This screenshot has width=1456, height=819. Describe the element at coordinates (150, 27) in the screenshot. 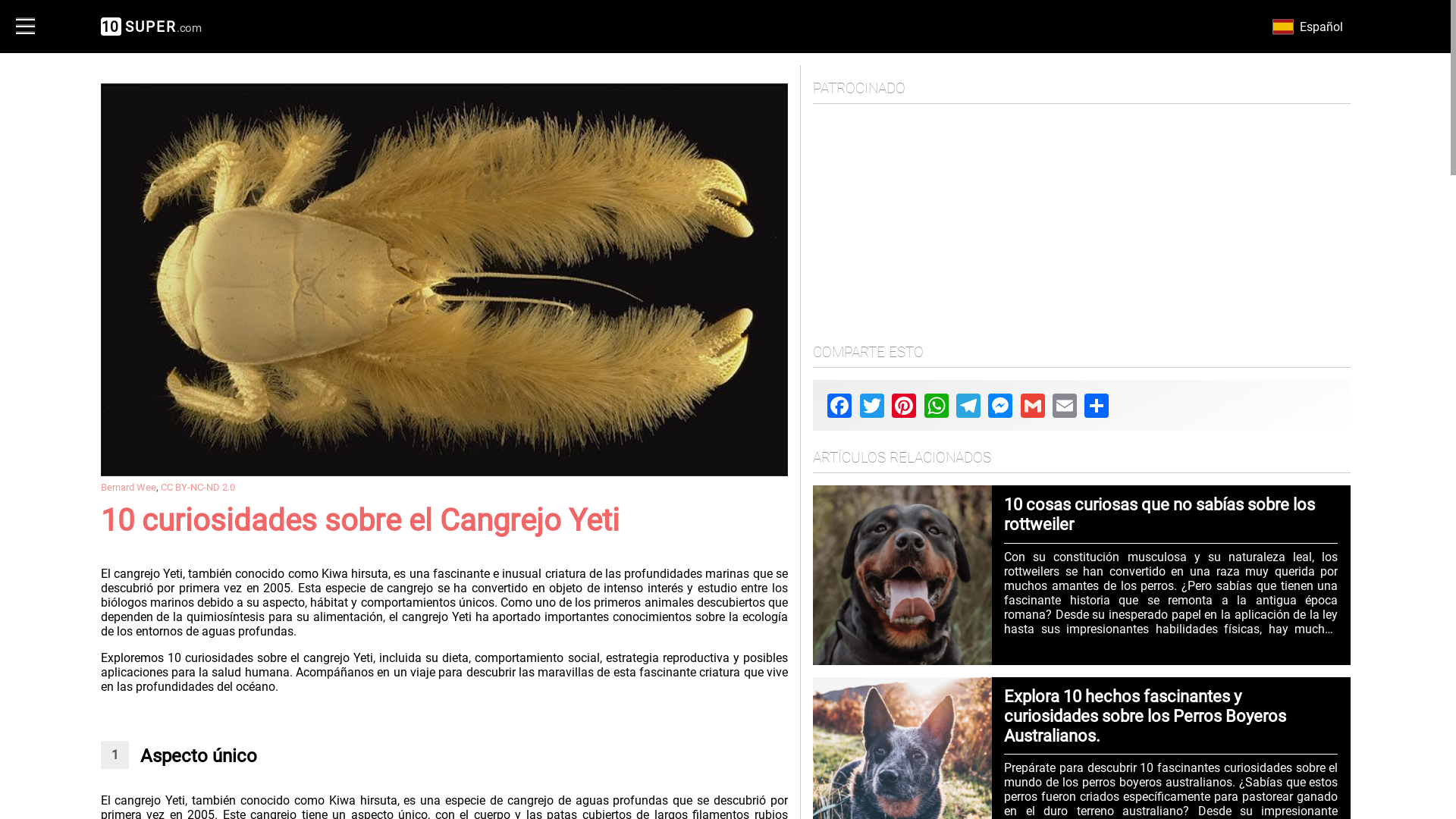

I see `'10SUPER.com'` at that location.